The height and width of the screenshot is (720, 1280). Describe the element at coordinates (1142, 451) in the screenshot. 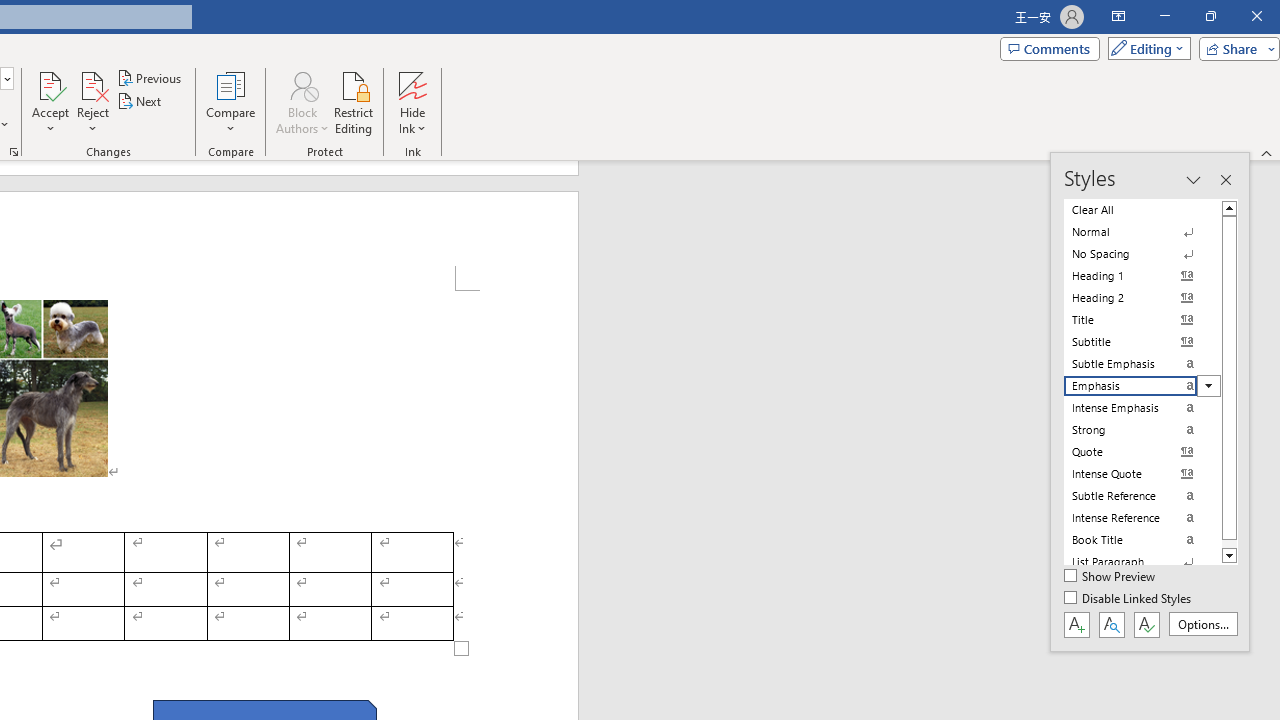

I see `'Quote'` at that location.